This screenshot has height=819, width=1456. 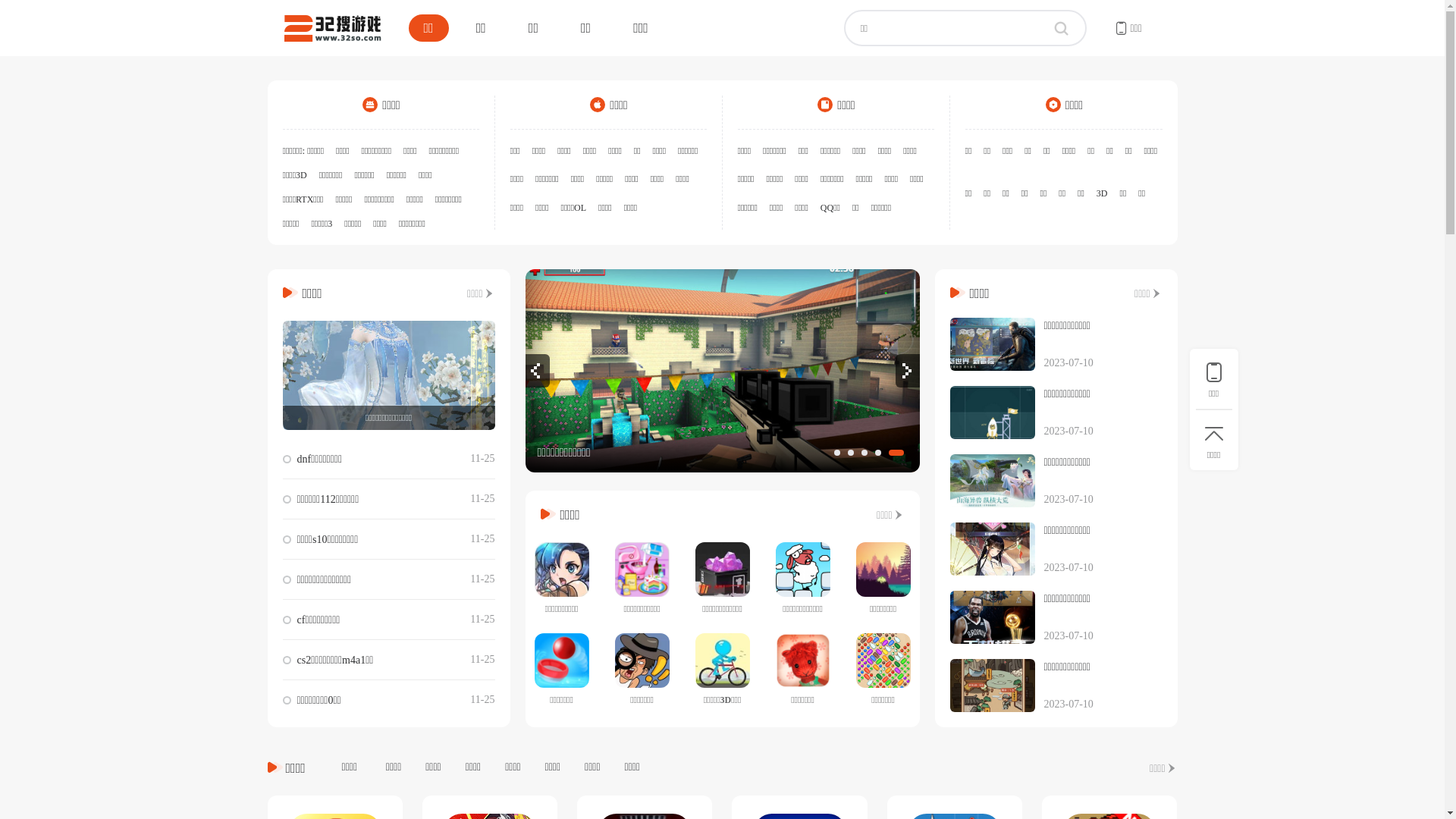 I want to click on '3D', so click(x=1102, y=192).